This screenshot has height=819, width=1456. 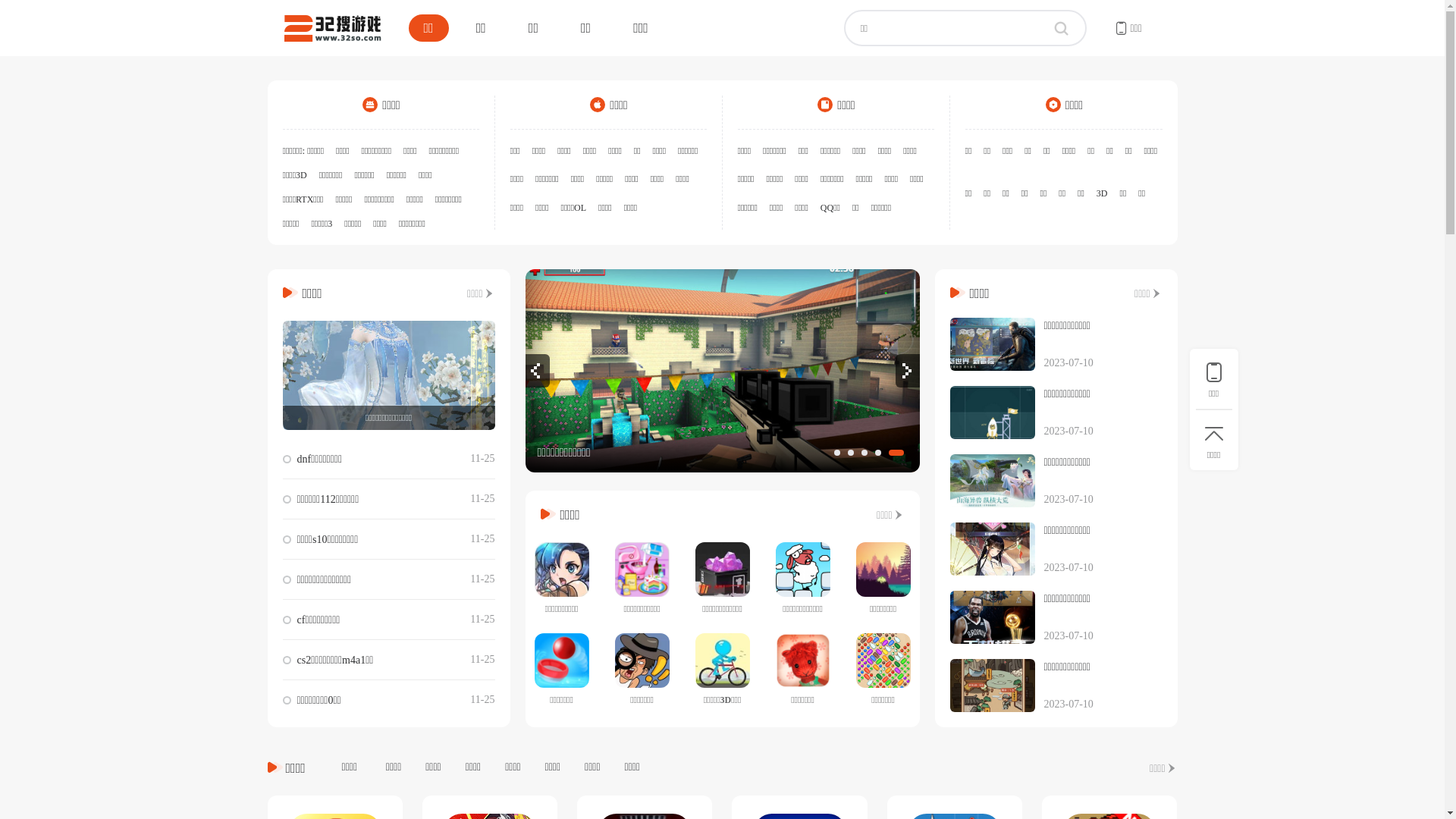 I want to click on '3D', so click(x=1102, y=192).